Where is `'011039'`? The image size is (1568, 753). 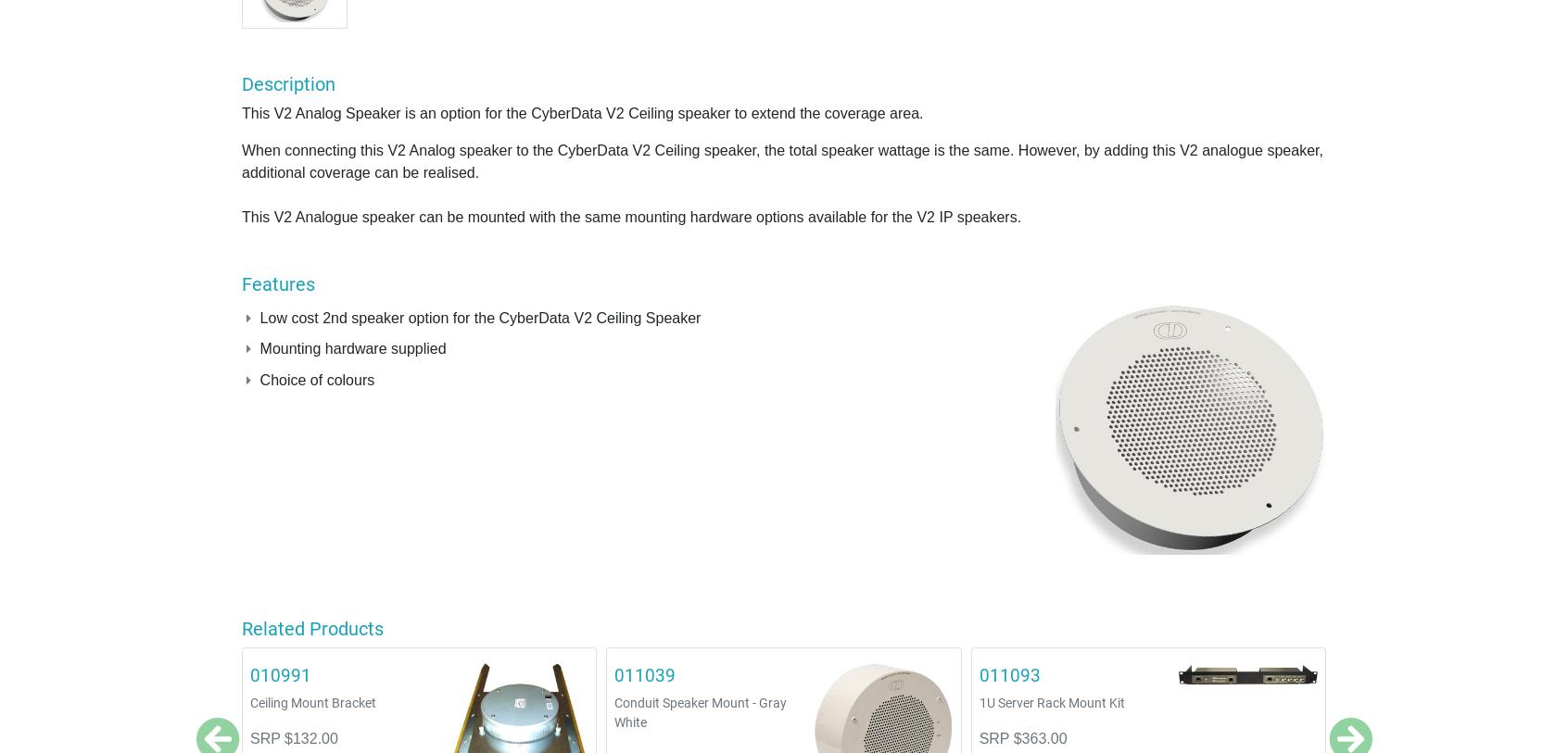
'011039' is located at coordinates (644, 674).